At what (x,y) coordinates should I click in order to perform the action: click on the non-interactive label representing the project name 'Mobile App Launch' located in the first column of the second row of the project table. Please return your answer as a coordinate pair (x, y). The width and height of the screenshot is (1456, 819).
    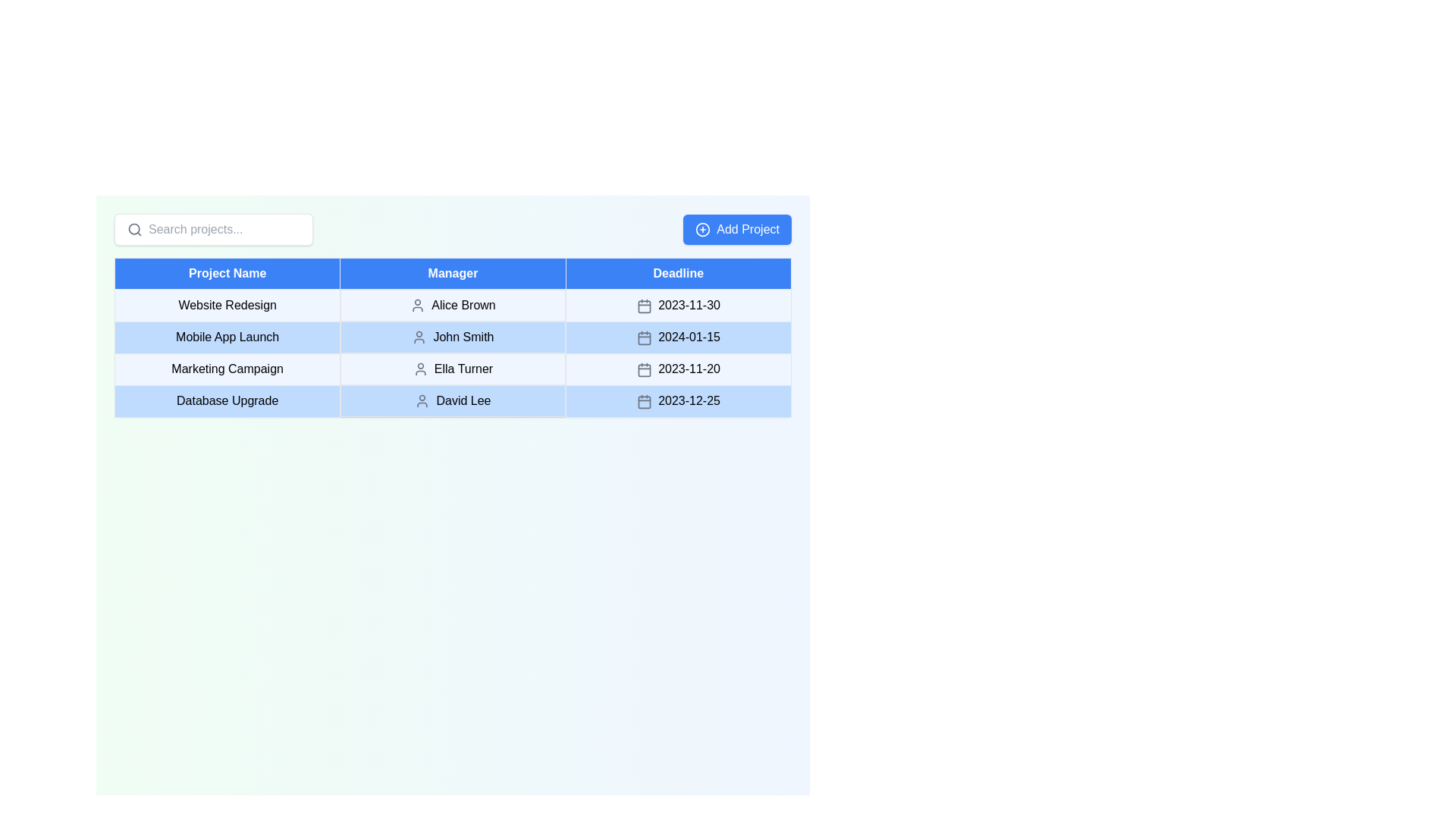
    Looking at the image, I should click on (227, 336).